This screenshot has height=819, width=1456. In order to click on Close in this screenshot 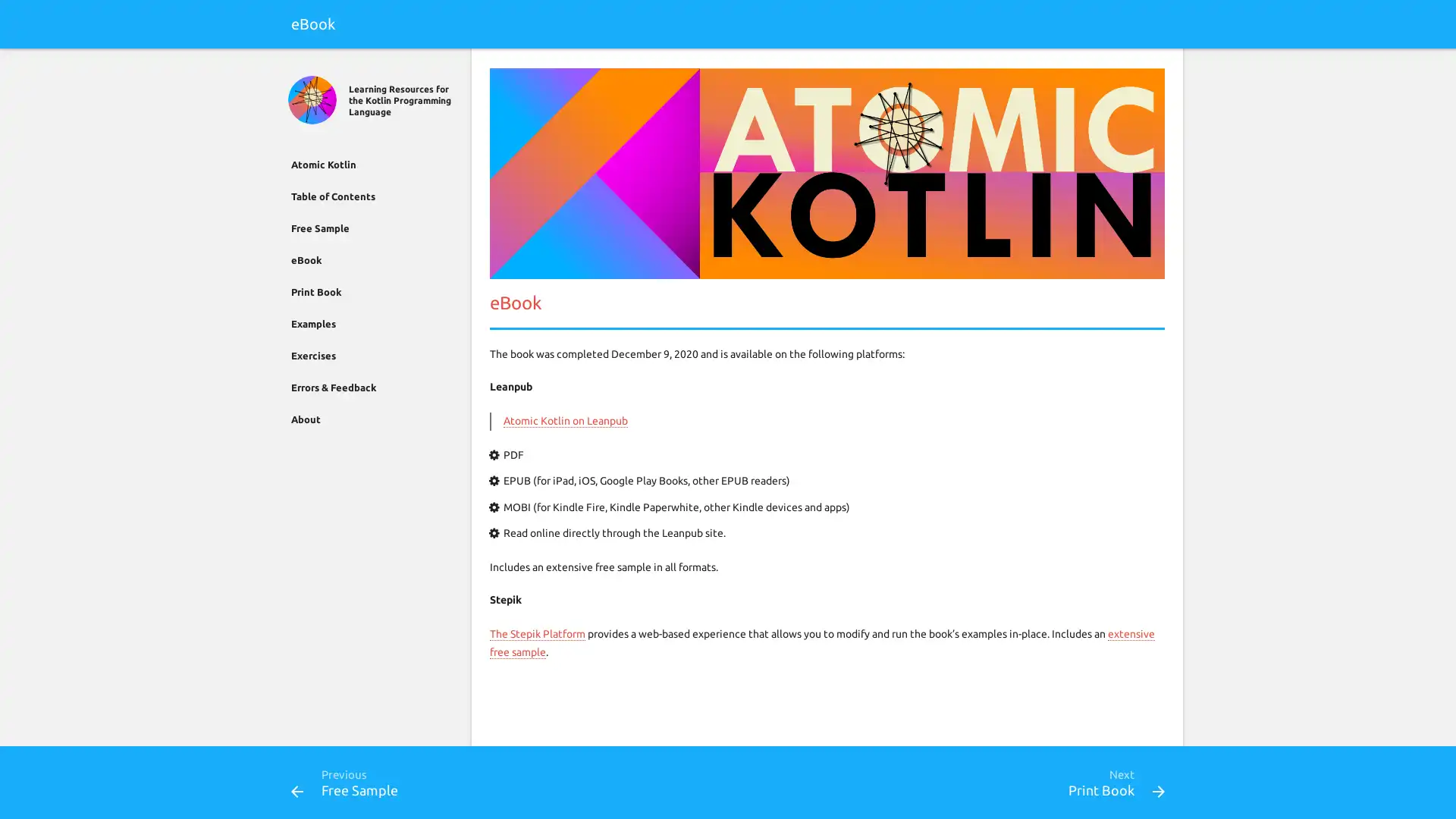, I will do `click(297, 66)`.